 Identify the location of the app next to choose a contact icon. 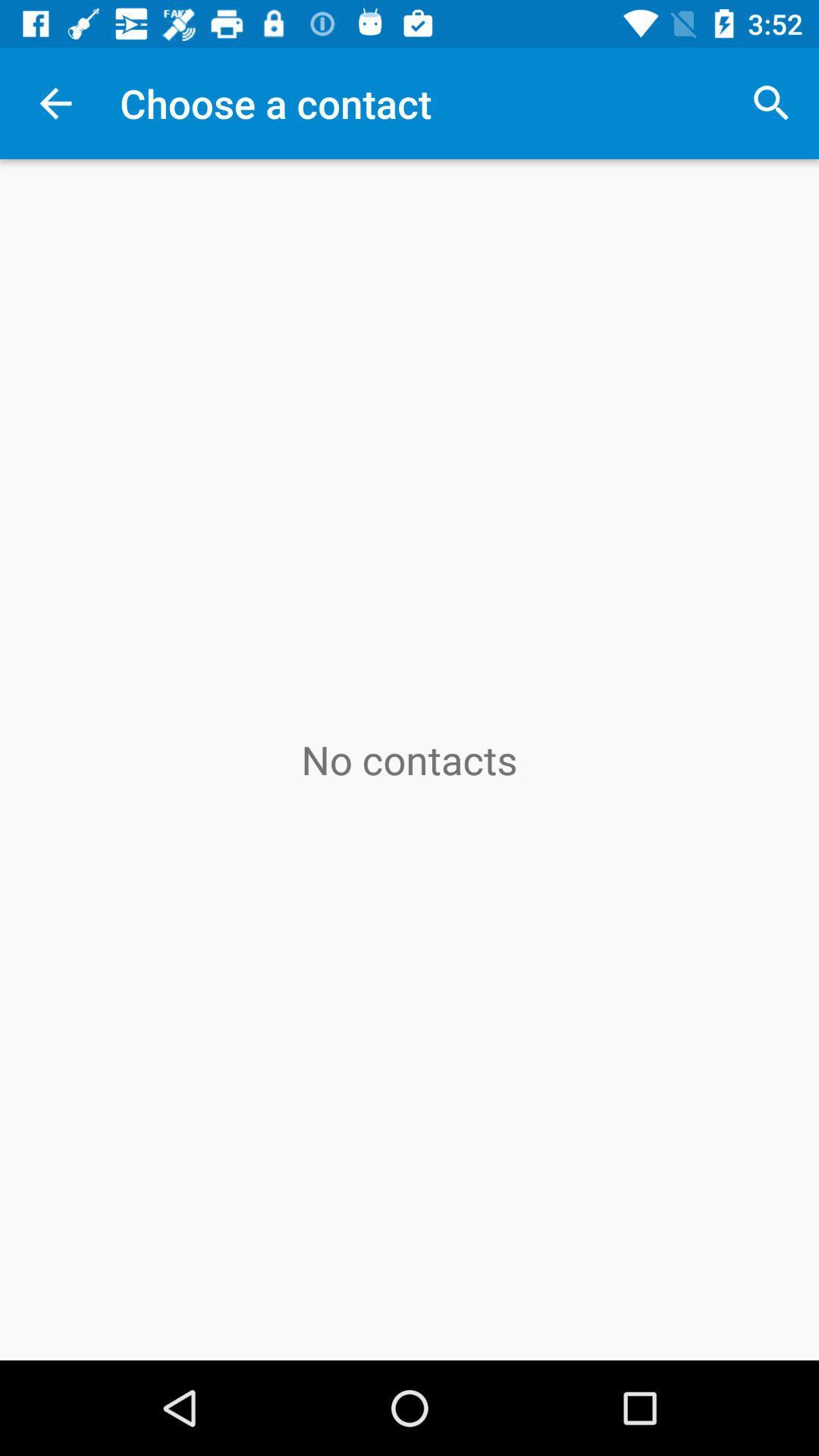
(771, 102).